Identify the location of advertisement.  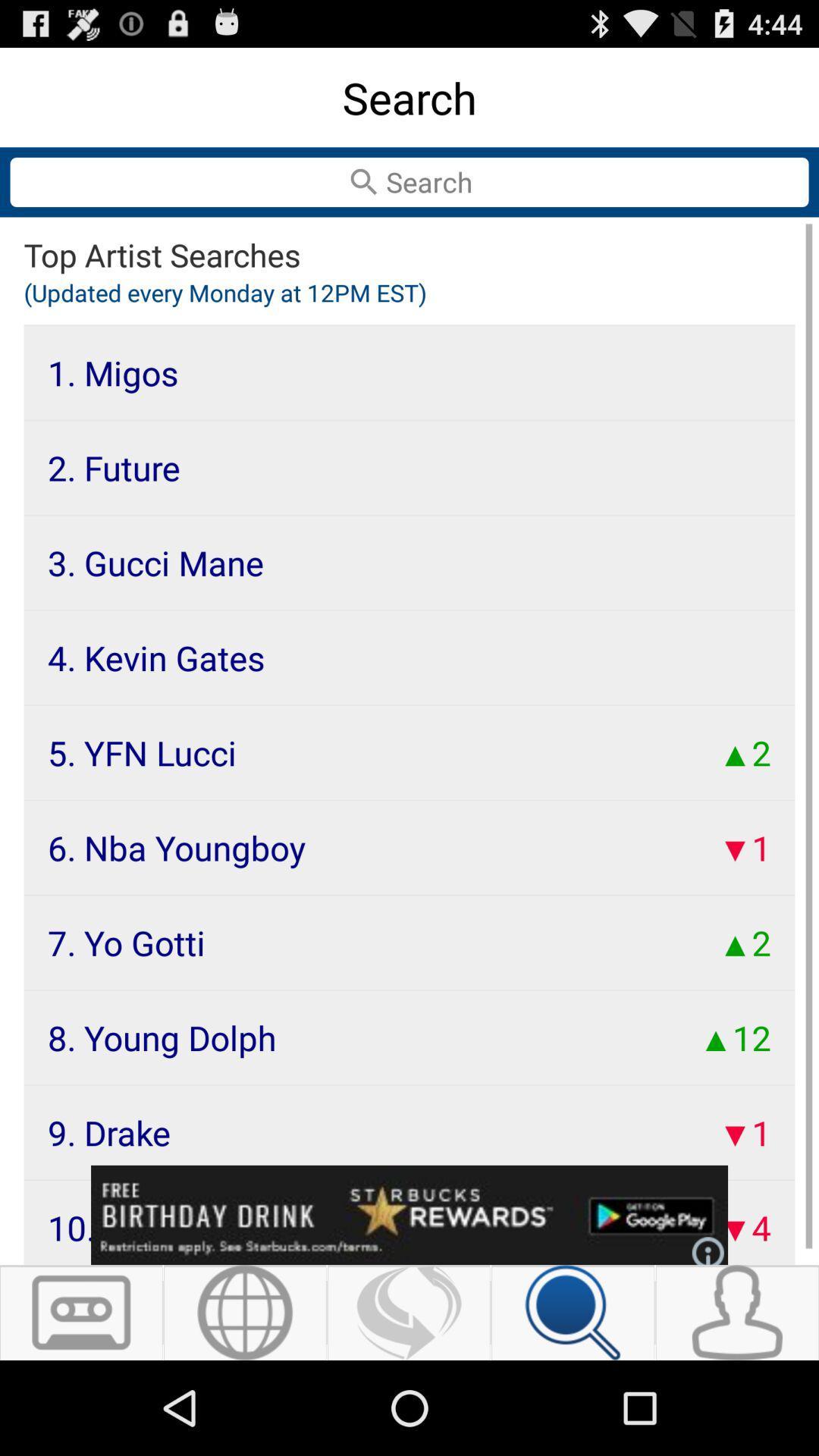
(409, 1215).